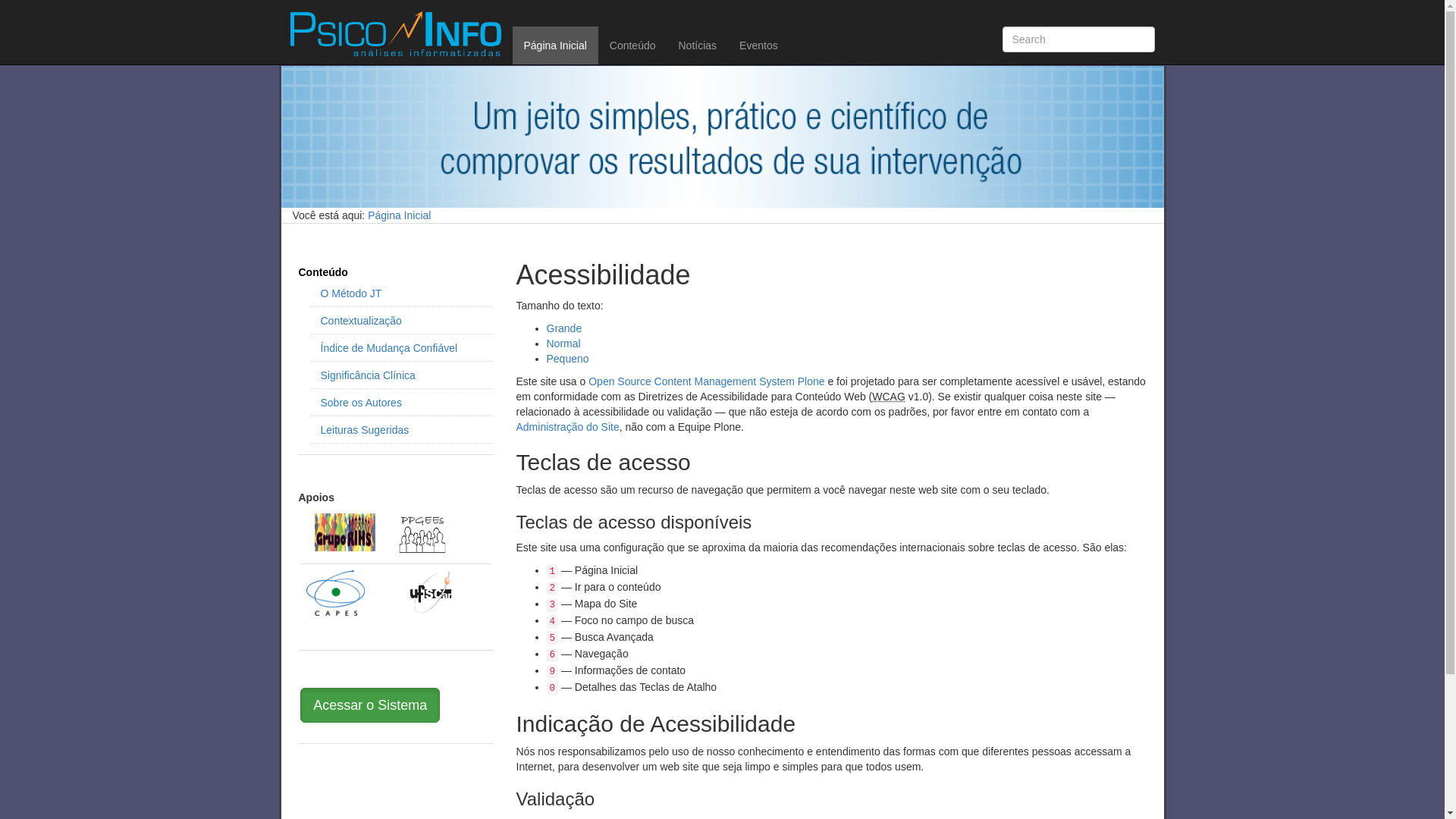  What do you see at coordinates (305, 592) in the screenshot?
I see `'Logo_Capes'` at bounding box center [305, 592].